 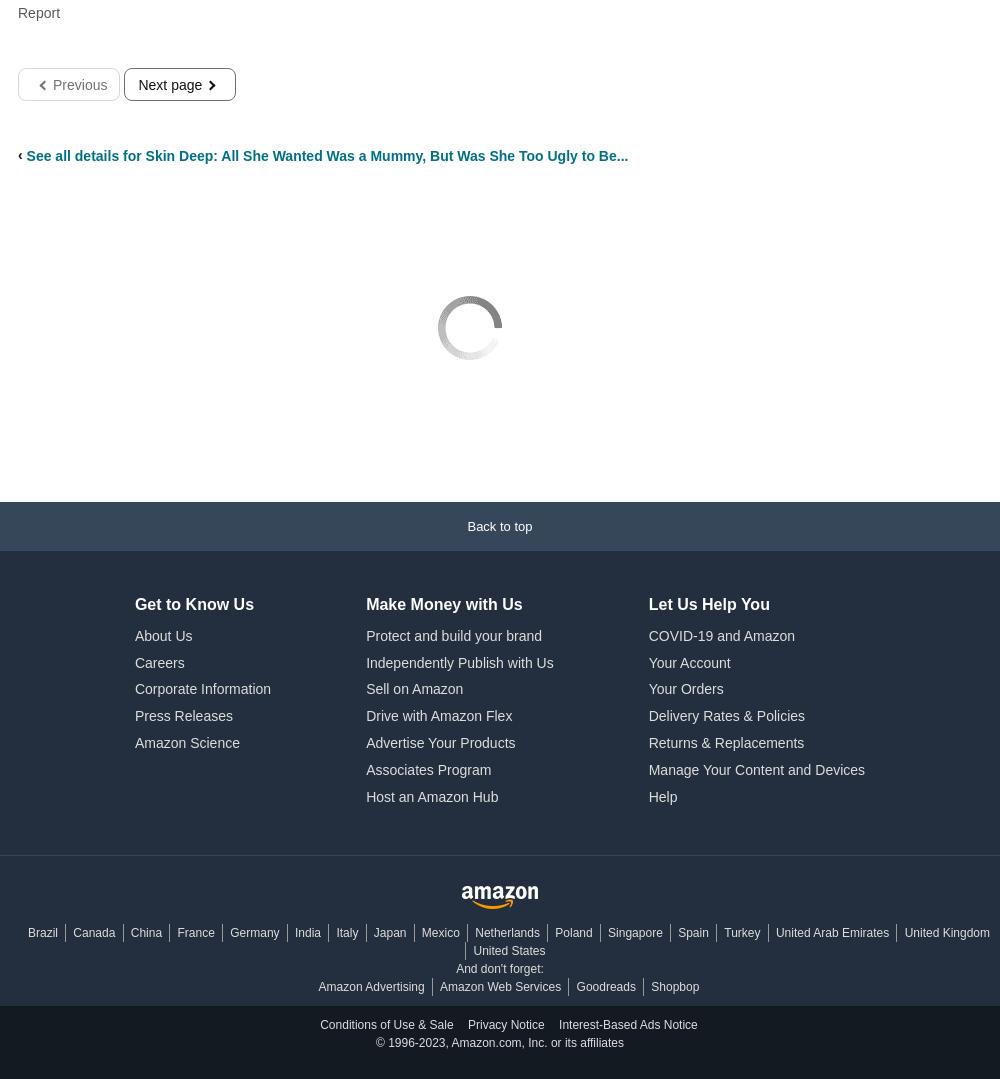 I want to click on 'Delivery Rates & Policies', so click(x=648, y=715).